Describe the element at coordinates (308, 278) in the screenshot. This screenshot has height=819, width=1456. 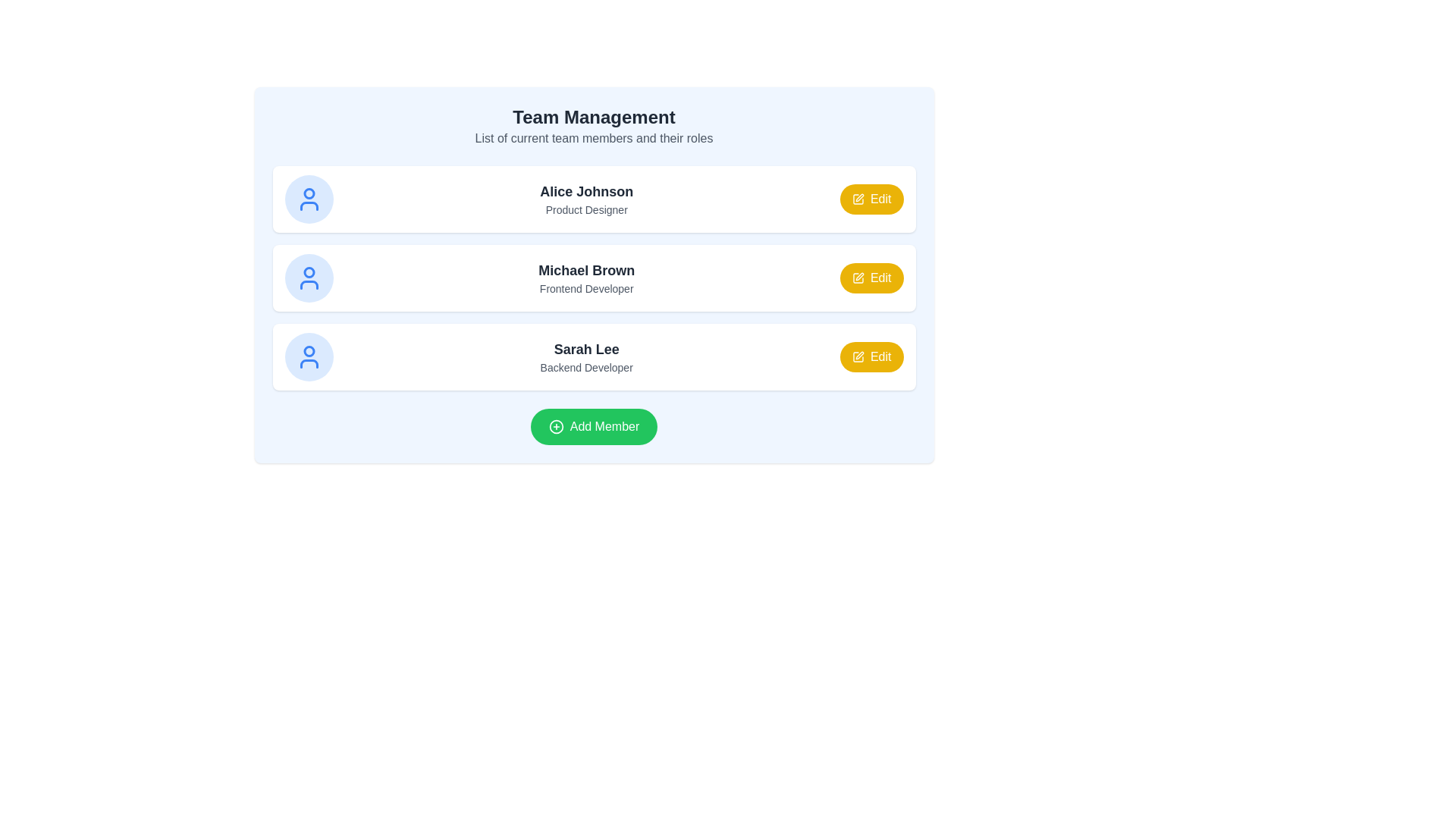
I see `the icon representing 'Michael Brown', which is the second icon in a vertical list of team member avatars within a circular blue background` at that location.